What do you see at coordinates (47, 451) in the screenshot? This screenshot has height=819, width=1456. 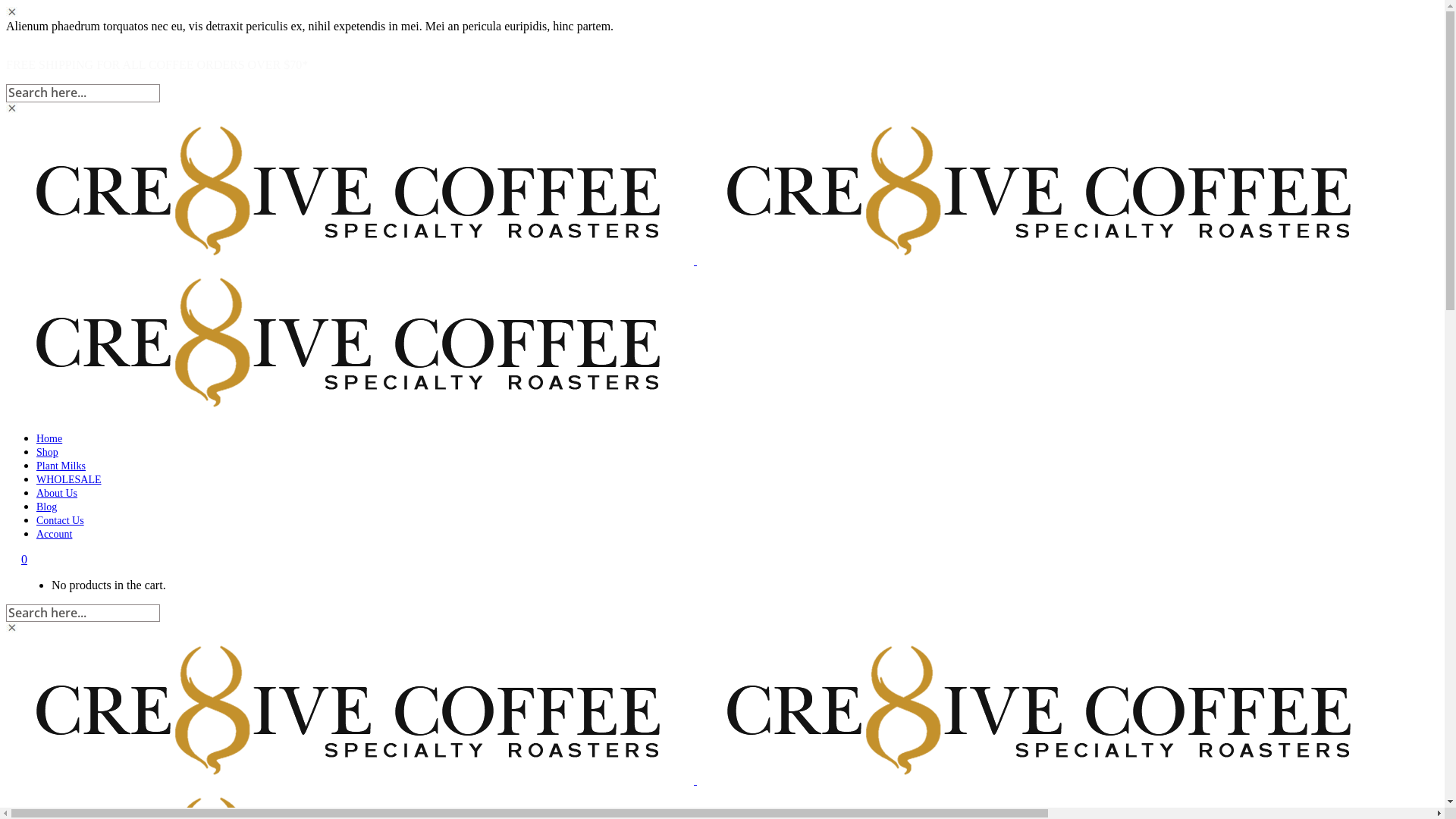 I see `'Shop'` at bounding box center [47, 451].